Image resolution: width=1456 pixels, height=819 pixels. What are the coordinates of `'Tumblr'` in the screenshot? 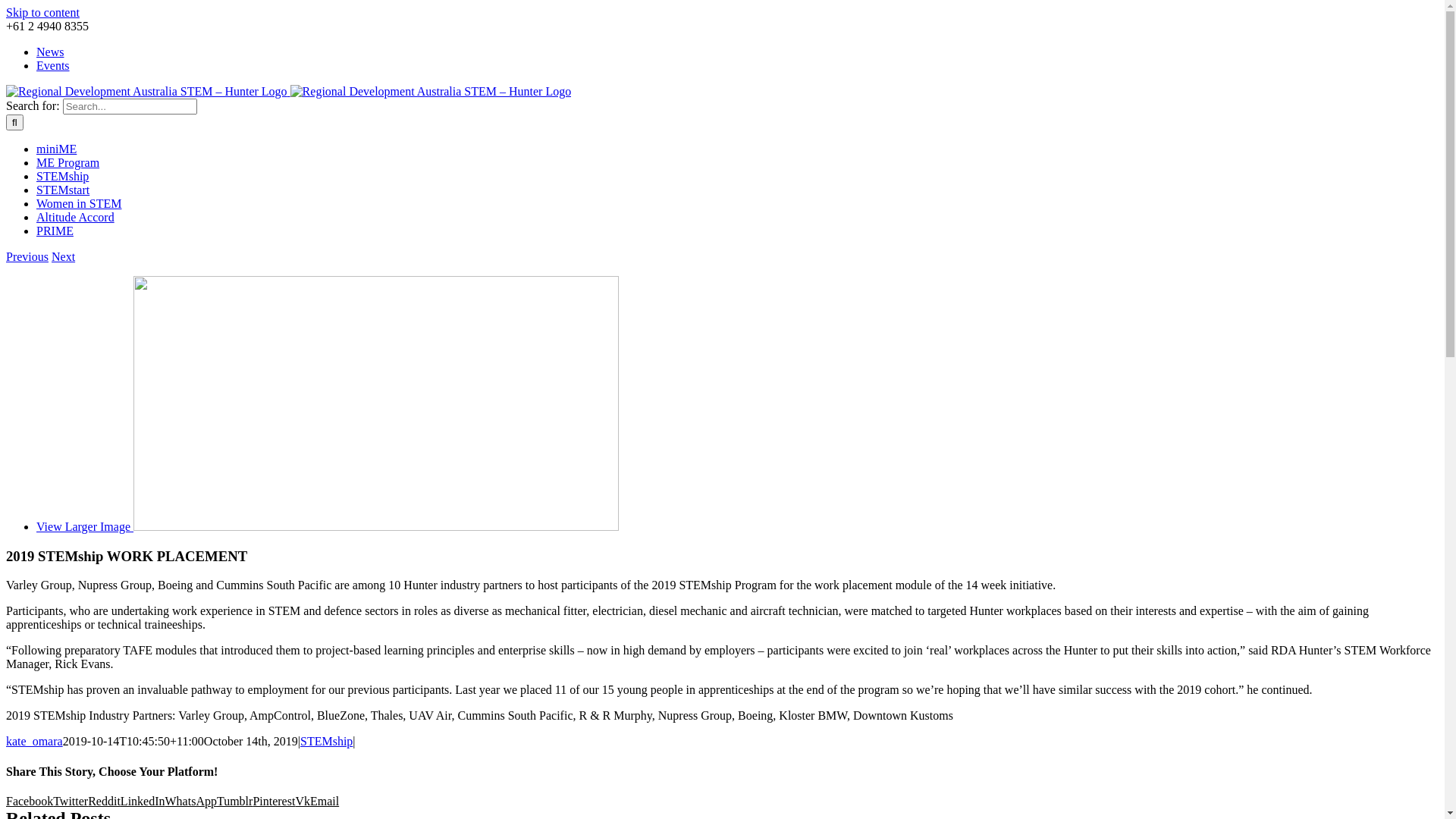 It's located at (234, 800).